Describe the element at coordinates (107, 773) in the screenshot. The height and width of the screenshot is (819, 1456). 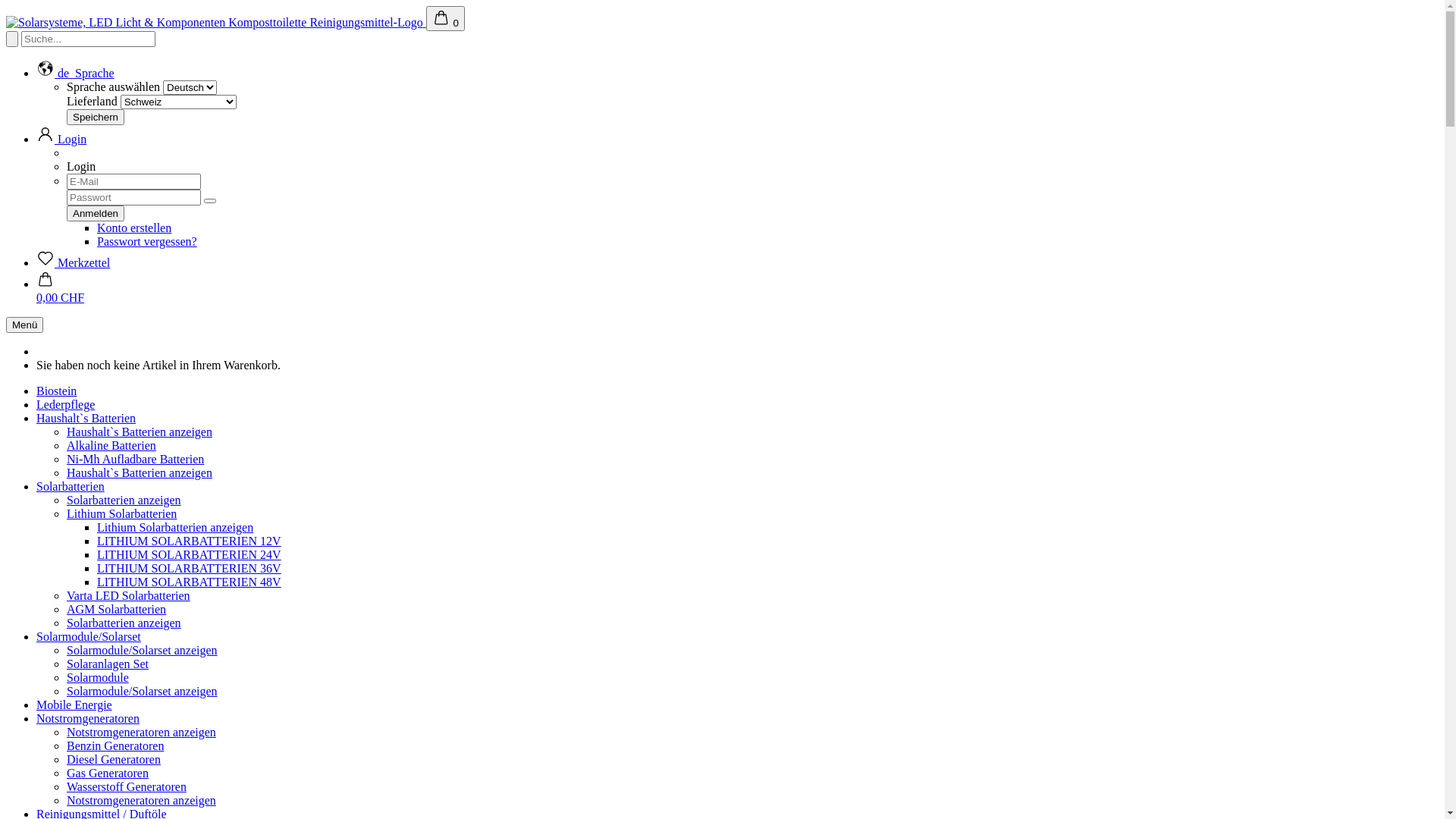
I see `'Gas Generatoren'` at that location.